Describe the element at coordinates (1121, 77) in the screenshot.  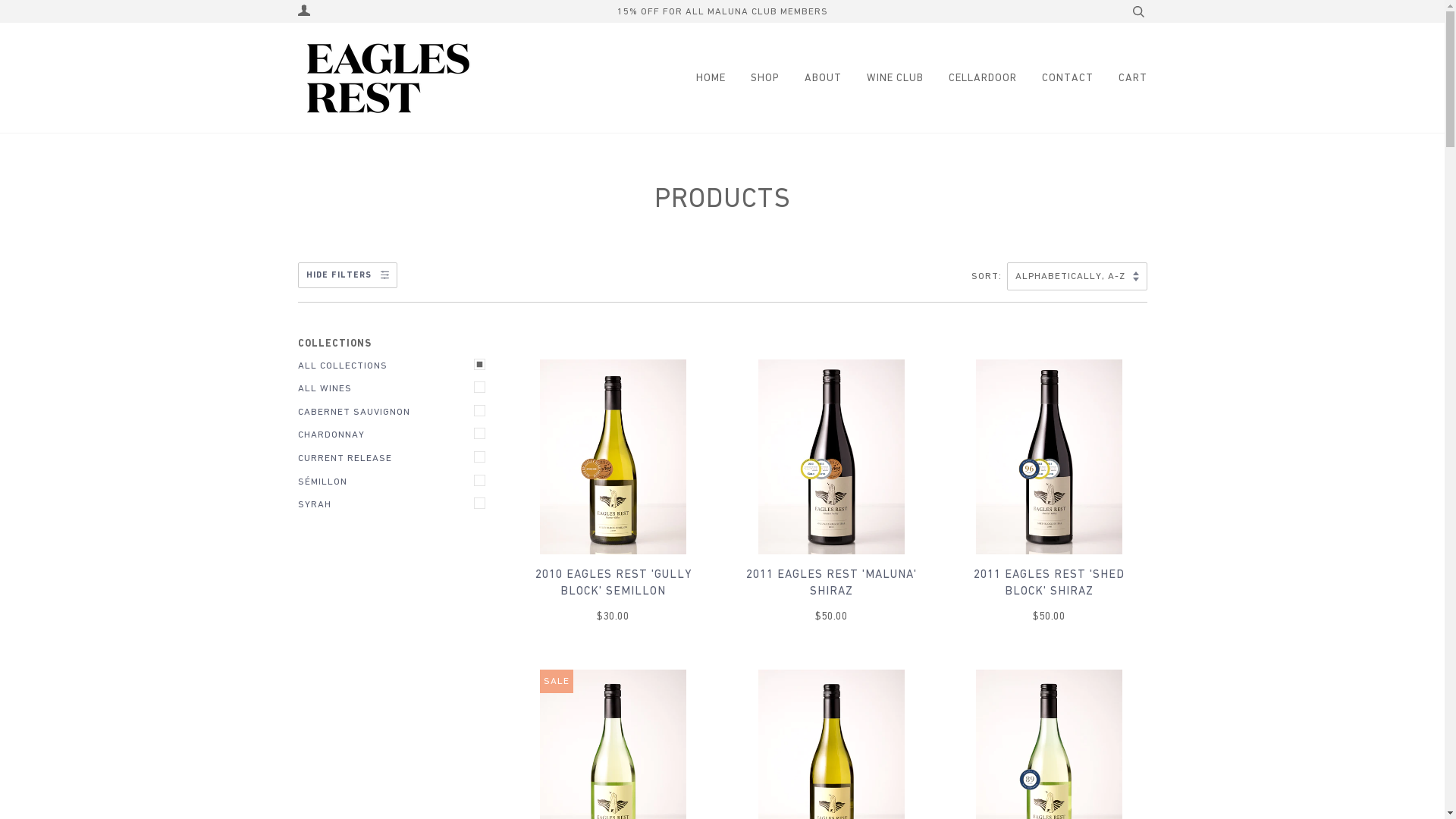
I see `'CART'` at that location.